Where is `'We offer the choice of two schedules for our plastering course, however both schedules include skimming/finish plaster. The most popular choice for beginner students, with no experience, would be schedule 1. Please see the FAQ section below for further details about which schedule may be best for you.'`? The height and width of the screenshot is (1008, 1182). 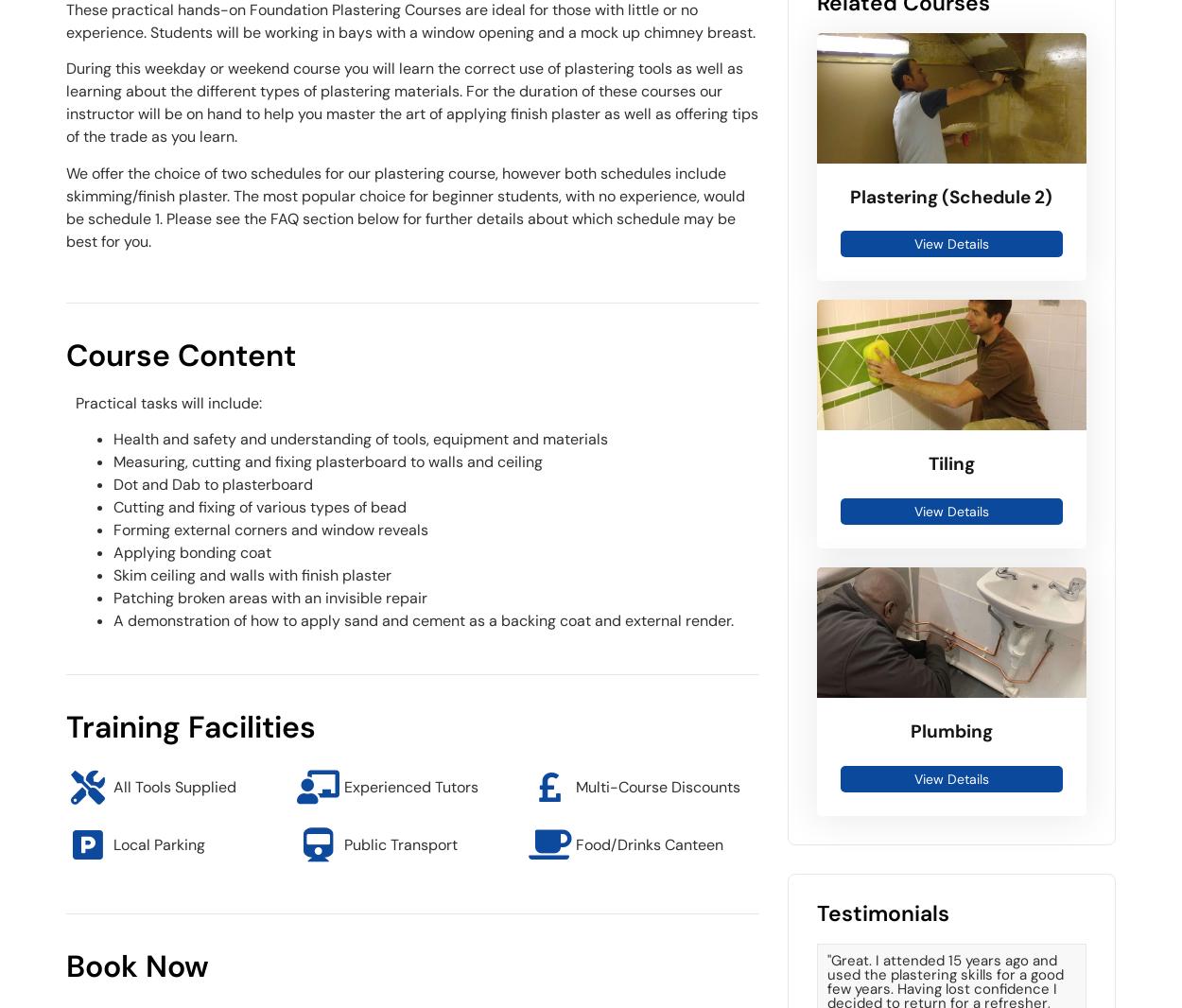
'We offer the choice of two schedules for our plastering course, however both schedules include skimming/finish plaster. The most popular choice for beginner students, with no experience, would be schedule 1. Please see the FAQ section below for further details about which schedule may be best for you.' is located at coordinates (406, 205).